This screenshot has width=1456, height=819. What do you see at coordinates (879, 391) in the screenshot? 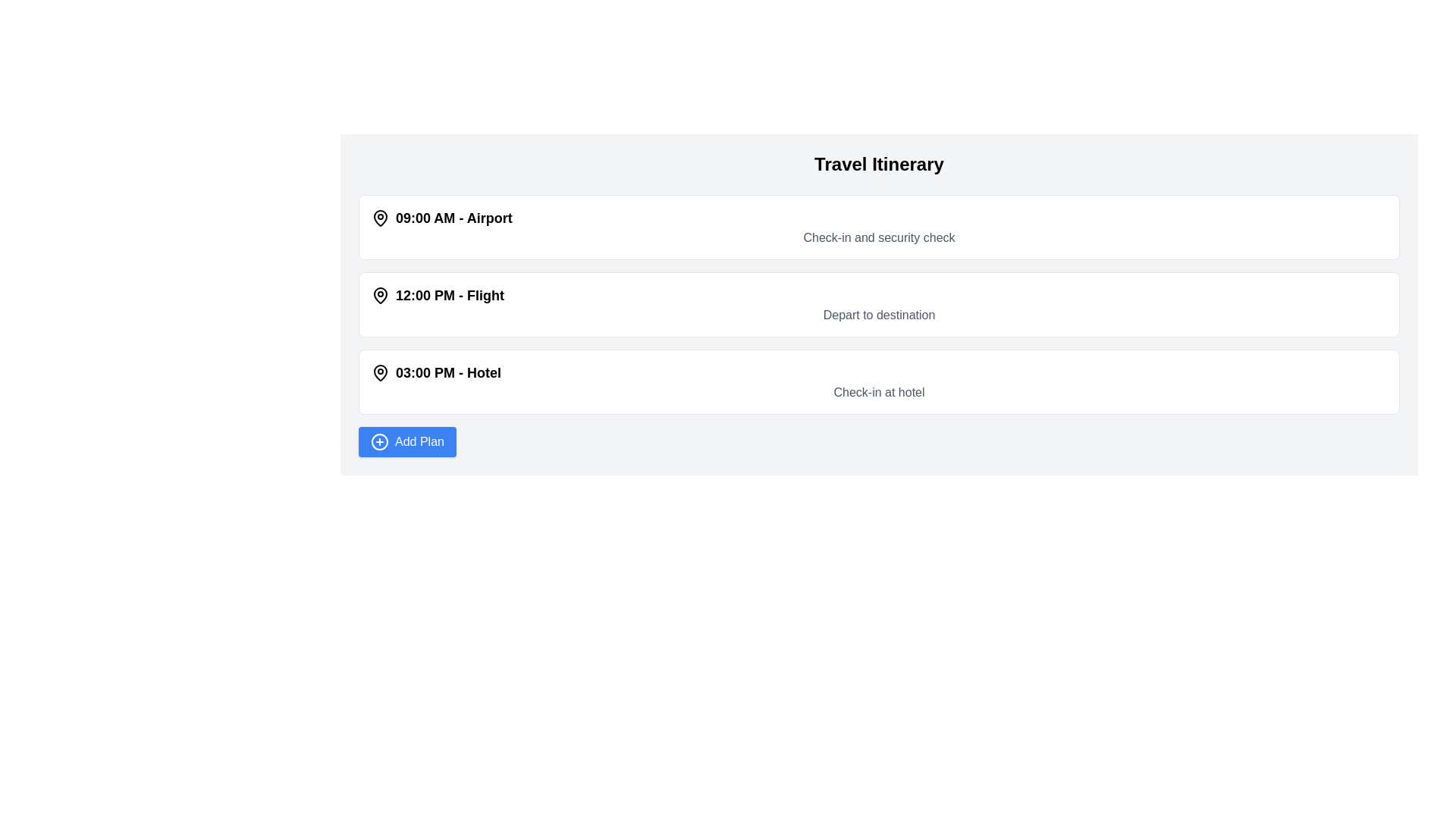
I see `the informational text element located inside the third item of the travel itinerary list, below the '03:00 PM - Hotel' title` at bounding box center [879, 391].